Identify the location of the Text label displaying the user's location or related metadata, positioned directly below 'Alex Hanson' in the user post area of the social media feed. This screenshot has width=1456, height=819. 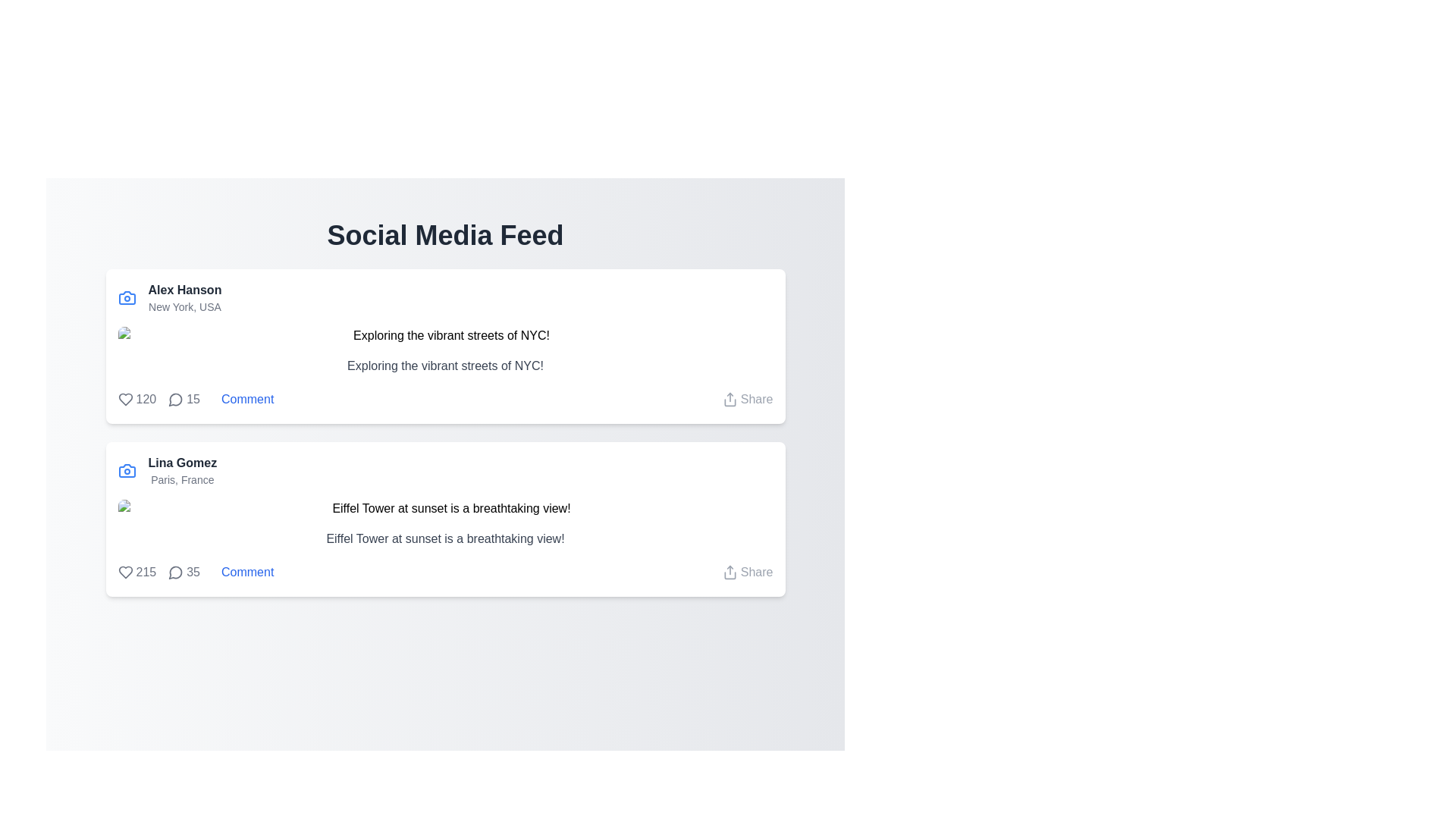
(184, 307).